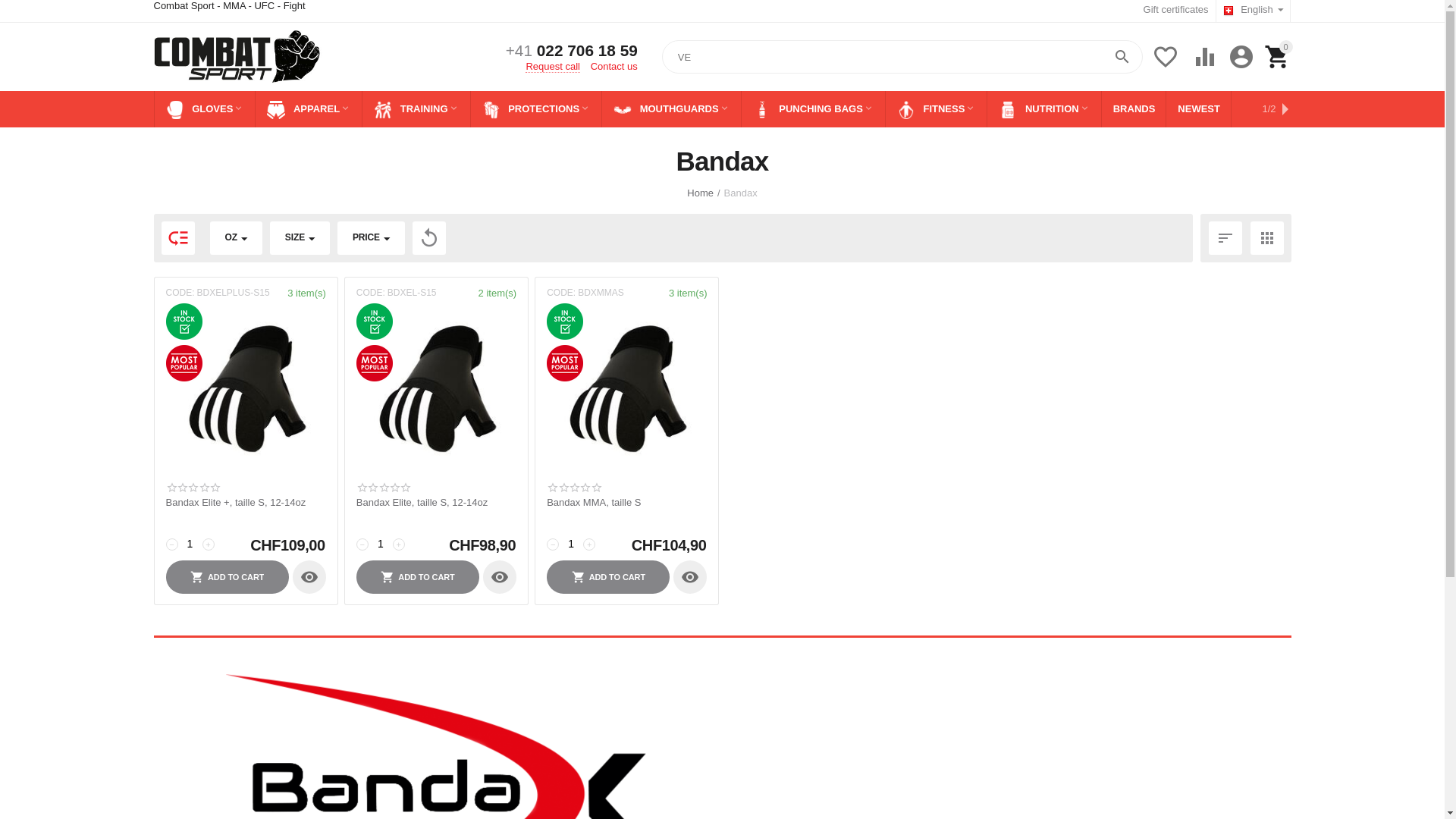  I want to click on 'Contact us', so click(614, 65).